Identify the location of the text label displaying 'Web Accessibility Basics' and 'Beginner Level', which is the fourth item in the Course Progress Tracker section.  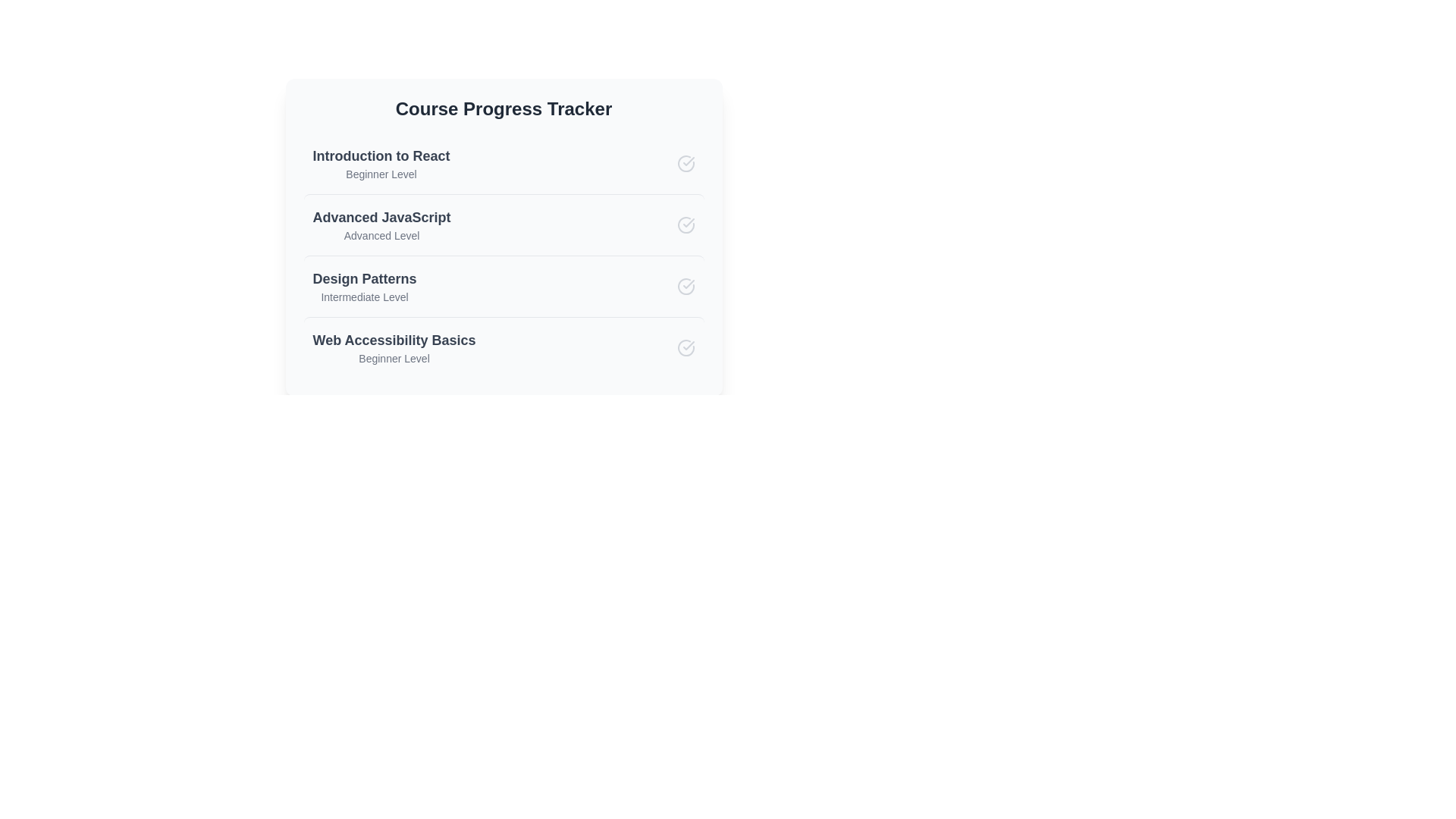
(394, 348).